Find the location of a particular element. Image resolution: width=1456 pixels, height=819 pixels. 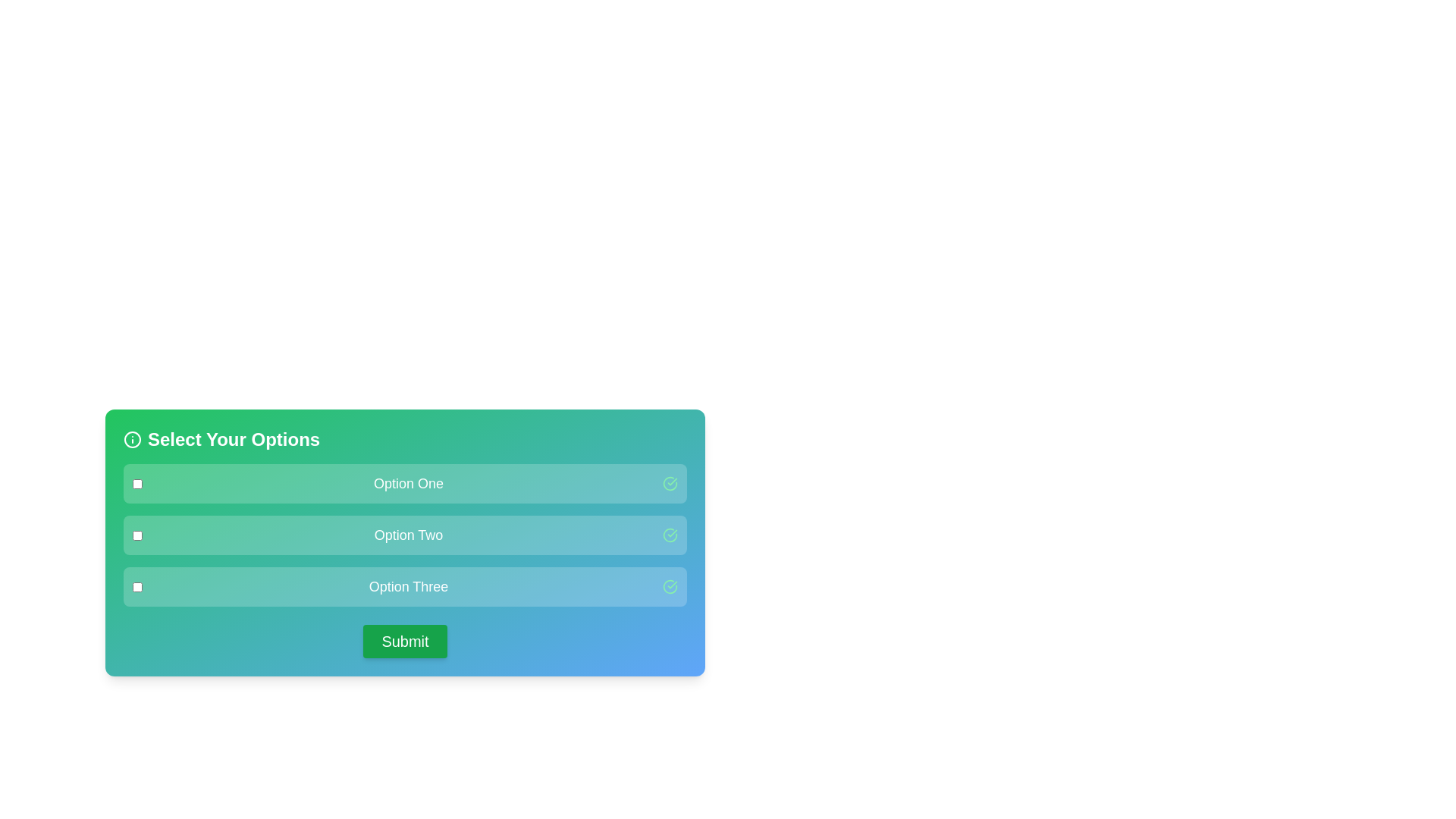

the label of the option Option Two is located at coordinates (408, 534).